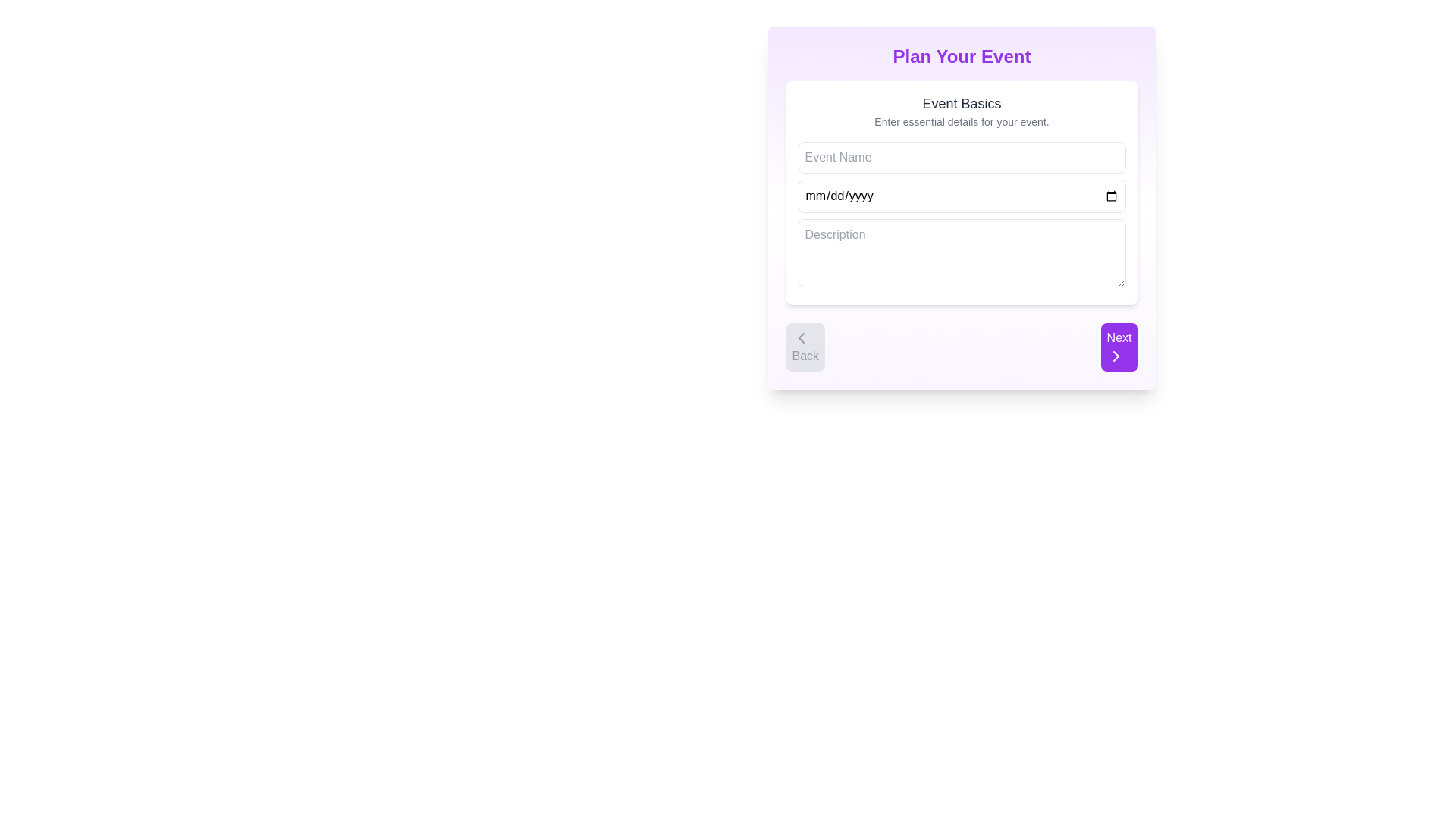 Image resolution: width=1456 pixels, height=819 pixels. What do you see at coordinates (800, 337) in the screenshot?
I see `the left-pointing chevron icon within the 'Back' button located at the bottom left corner of the 'Plan Your Event' section` at bounding box center [800, 337].